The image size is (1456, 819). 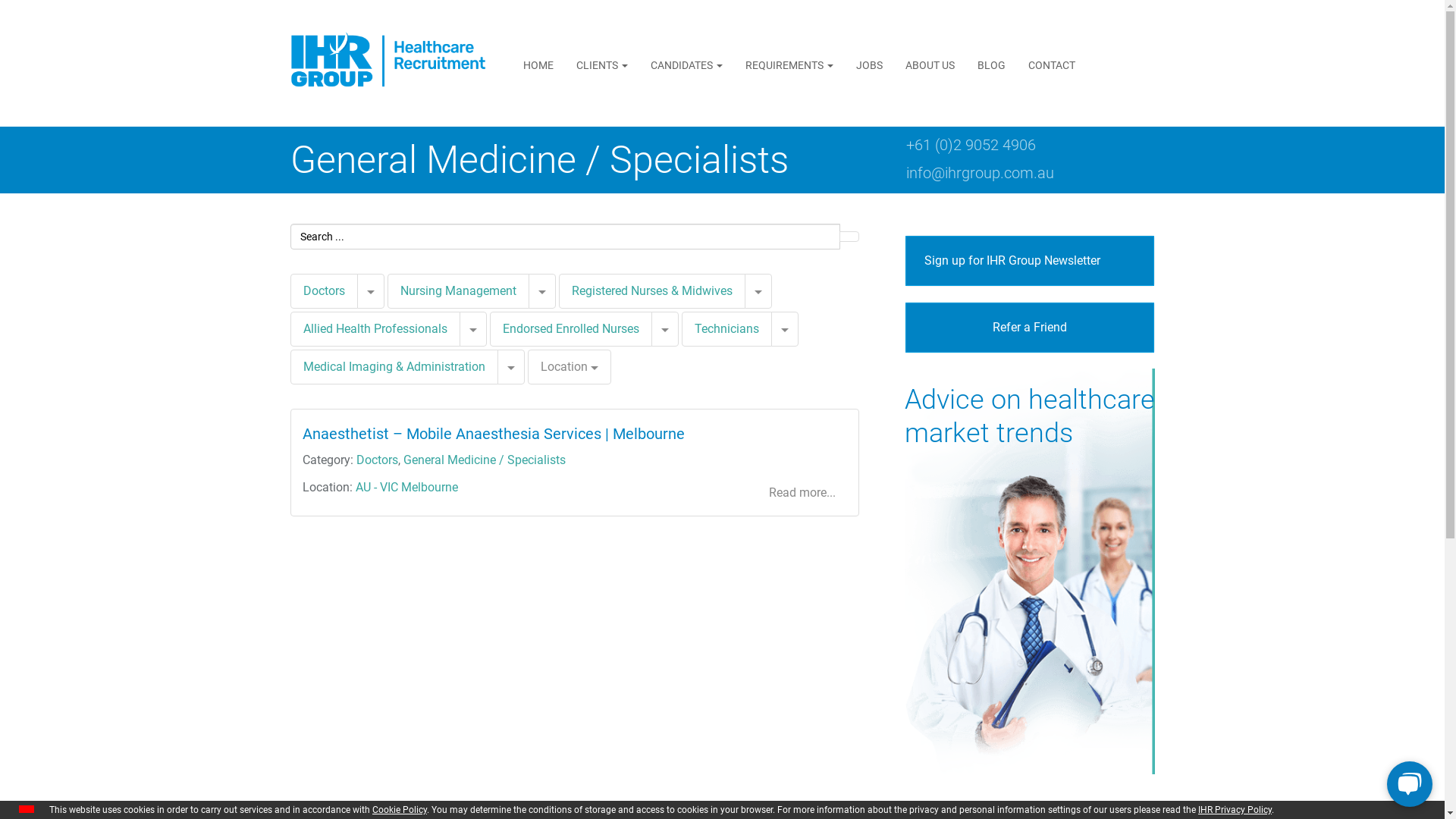 I want to click on 'Endorsed Enrolled Nurses', so click(x=570, y=328).